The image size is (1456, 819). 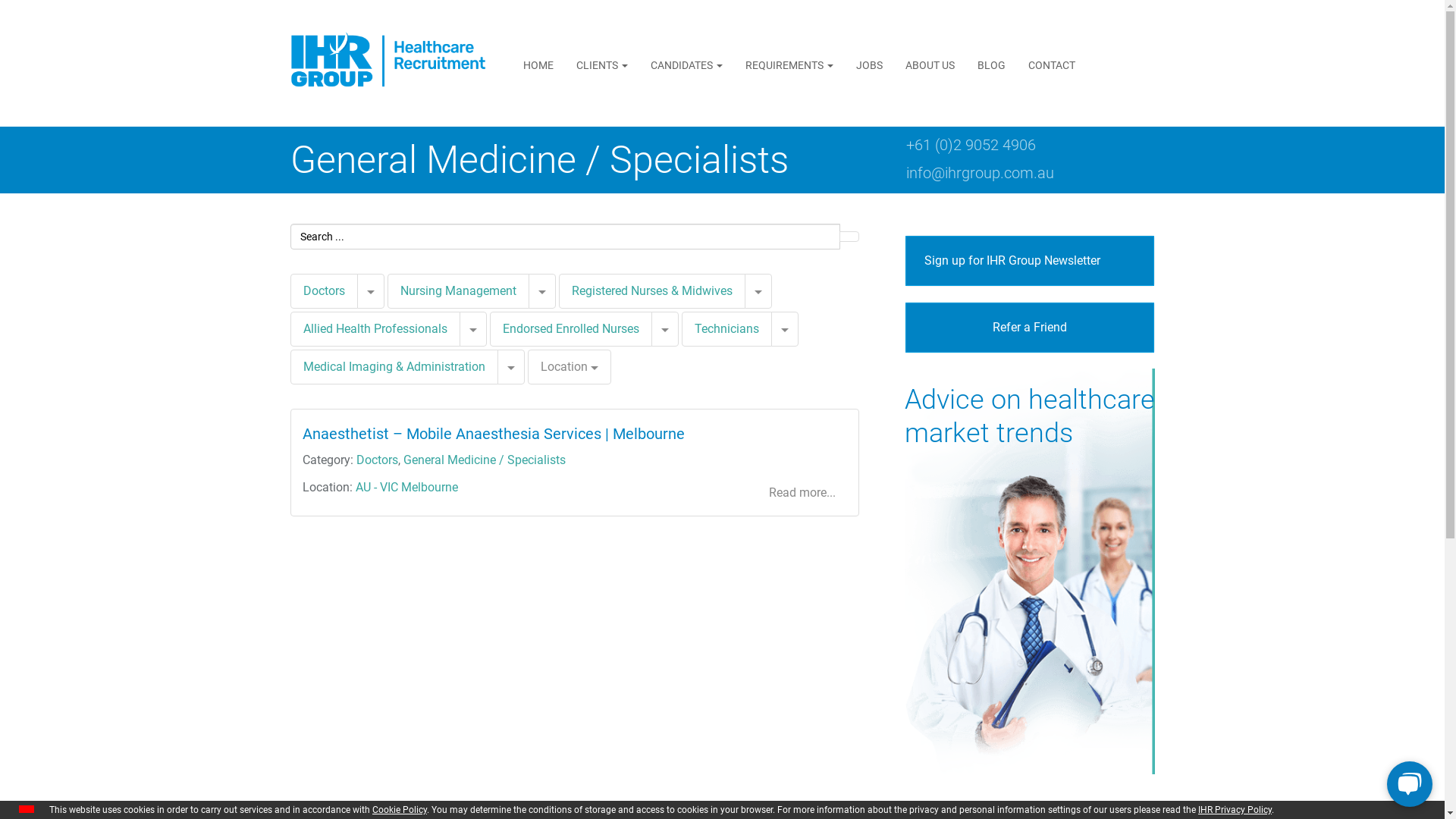 I want to click on 'Endorsed Enrolled Nurses', so click(x=570, y=328).